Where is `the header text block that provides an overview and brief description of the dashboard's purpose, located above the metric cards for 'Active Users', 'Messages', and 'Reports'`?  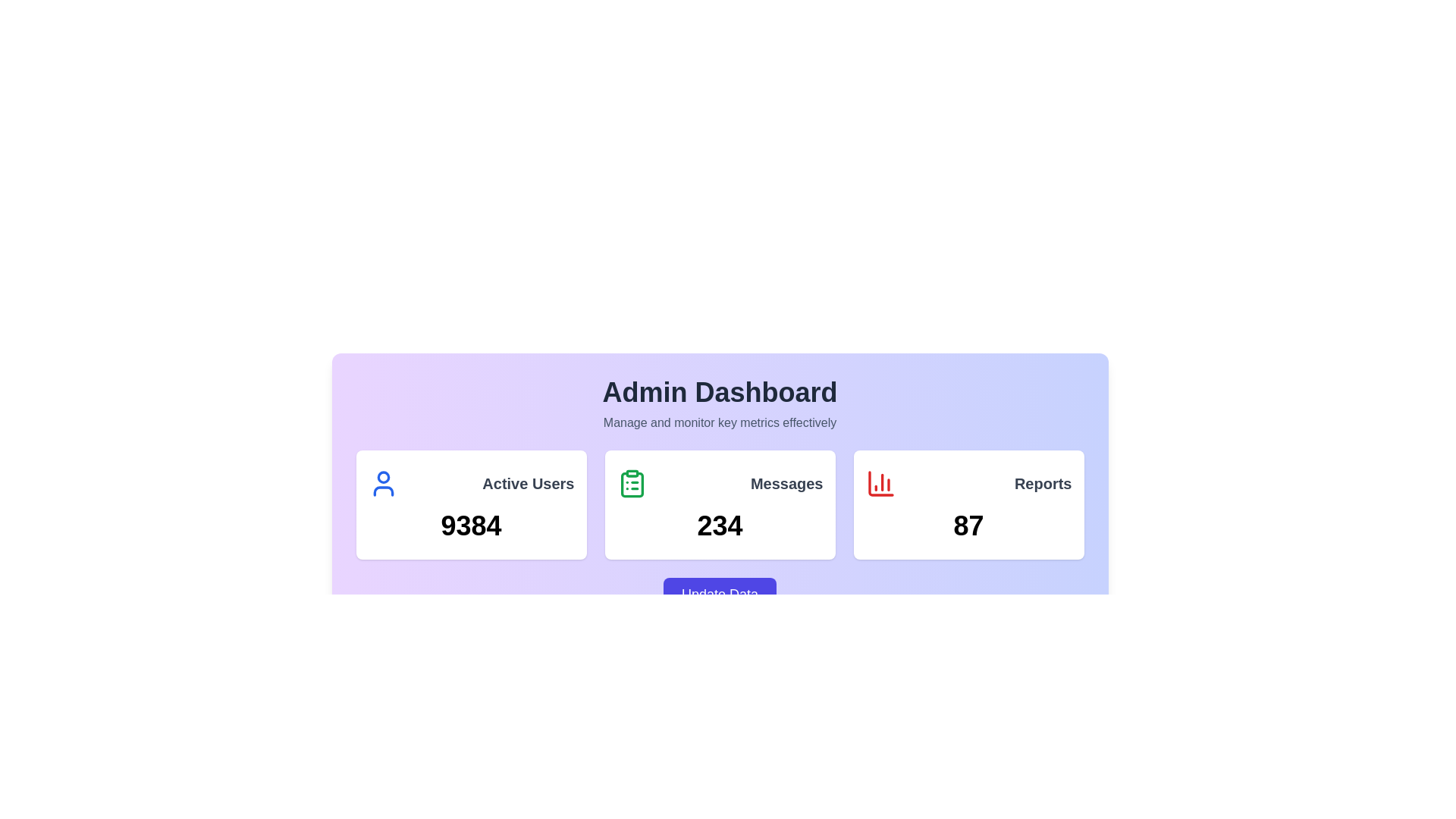
the header text block that provides an overview and brief description of the dashboard's purpose, located above the metric cards for 'Active Users', 'Messages', and 'Reports' is located at coordinates (719, 403).